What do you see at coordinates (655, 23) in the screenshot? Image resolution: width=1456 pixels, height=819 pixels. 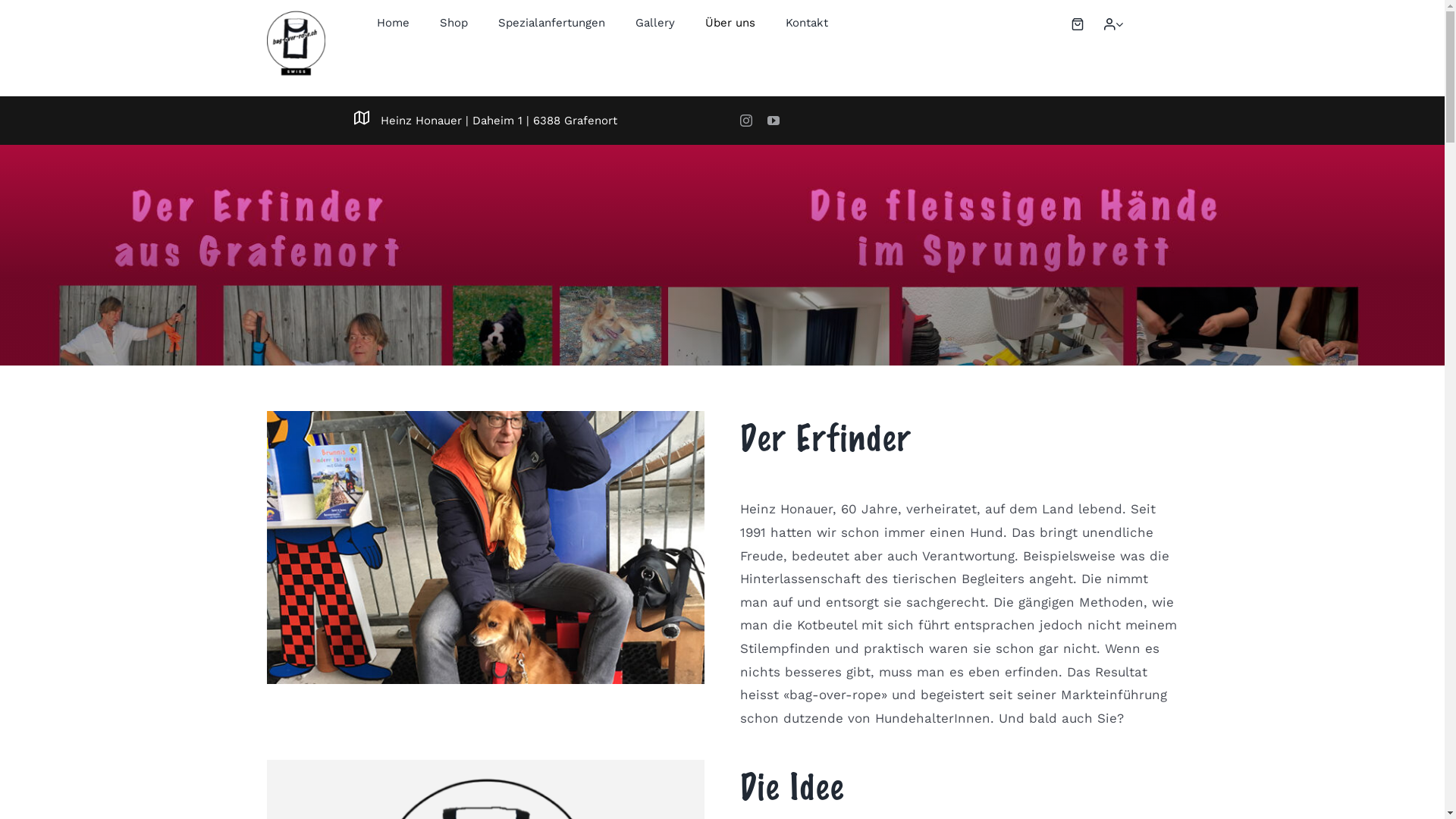 I see `'Gallery'` at bounding box center [655, 23].